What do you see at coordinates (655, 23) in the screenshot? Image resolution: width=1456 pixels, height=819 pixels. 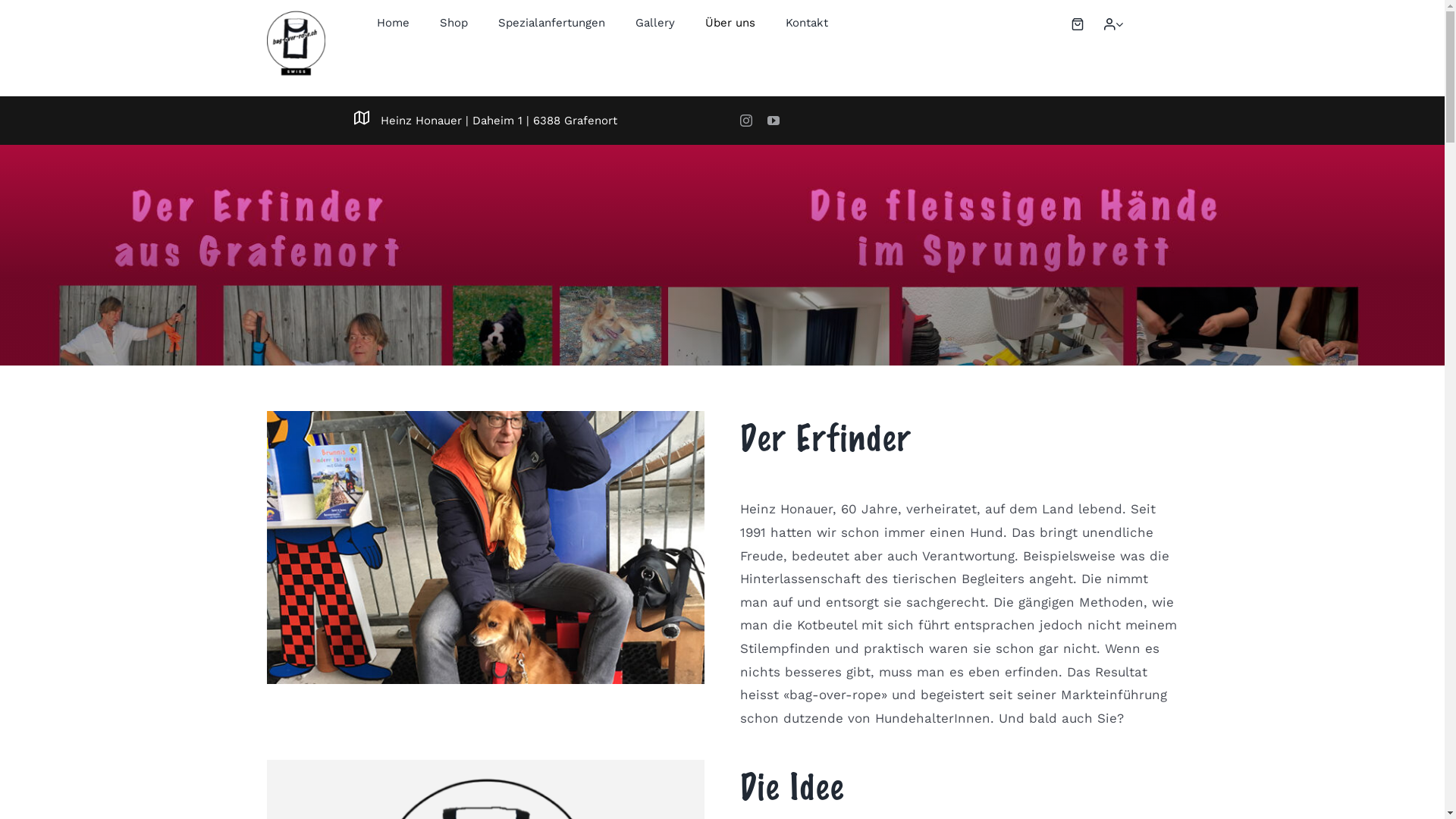 I see `'Gallery'` at bounding box center [655, 23].